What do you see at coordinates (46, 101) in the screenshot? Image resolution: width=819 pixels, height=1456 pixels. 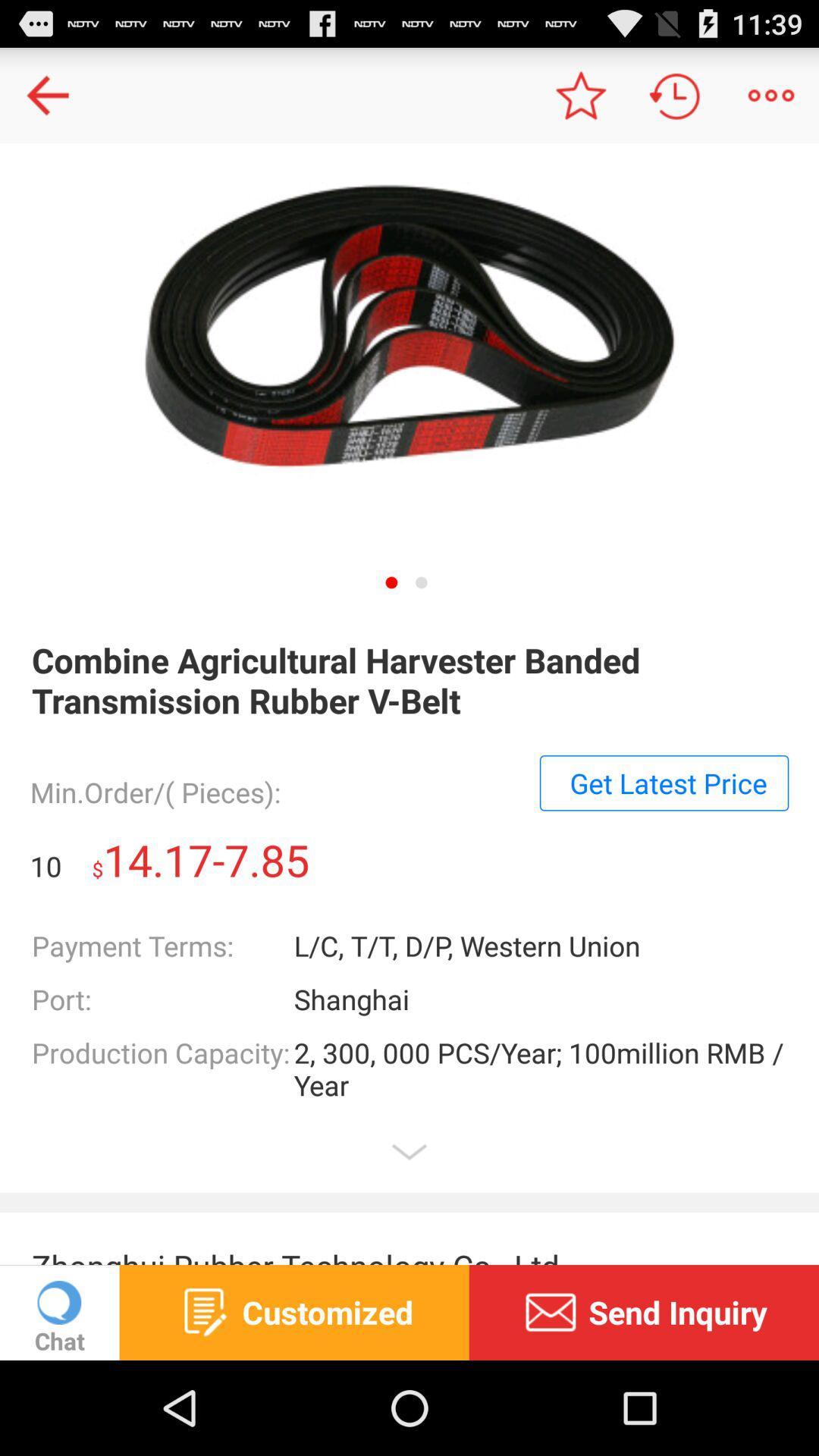 I see `the arrow_backward icon` at bounding box center [46, 101].